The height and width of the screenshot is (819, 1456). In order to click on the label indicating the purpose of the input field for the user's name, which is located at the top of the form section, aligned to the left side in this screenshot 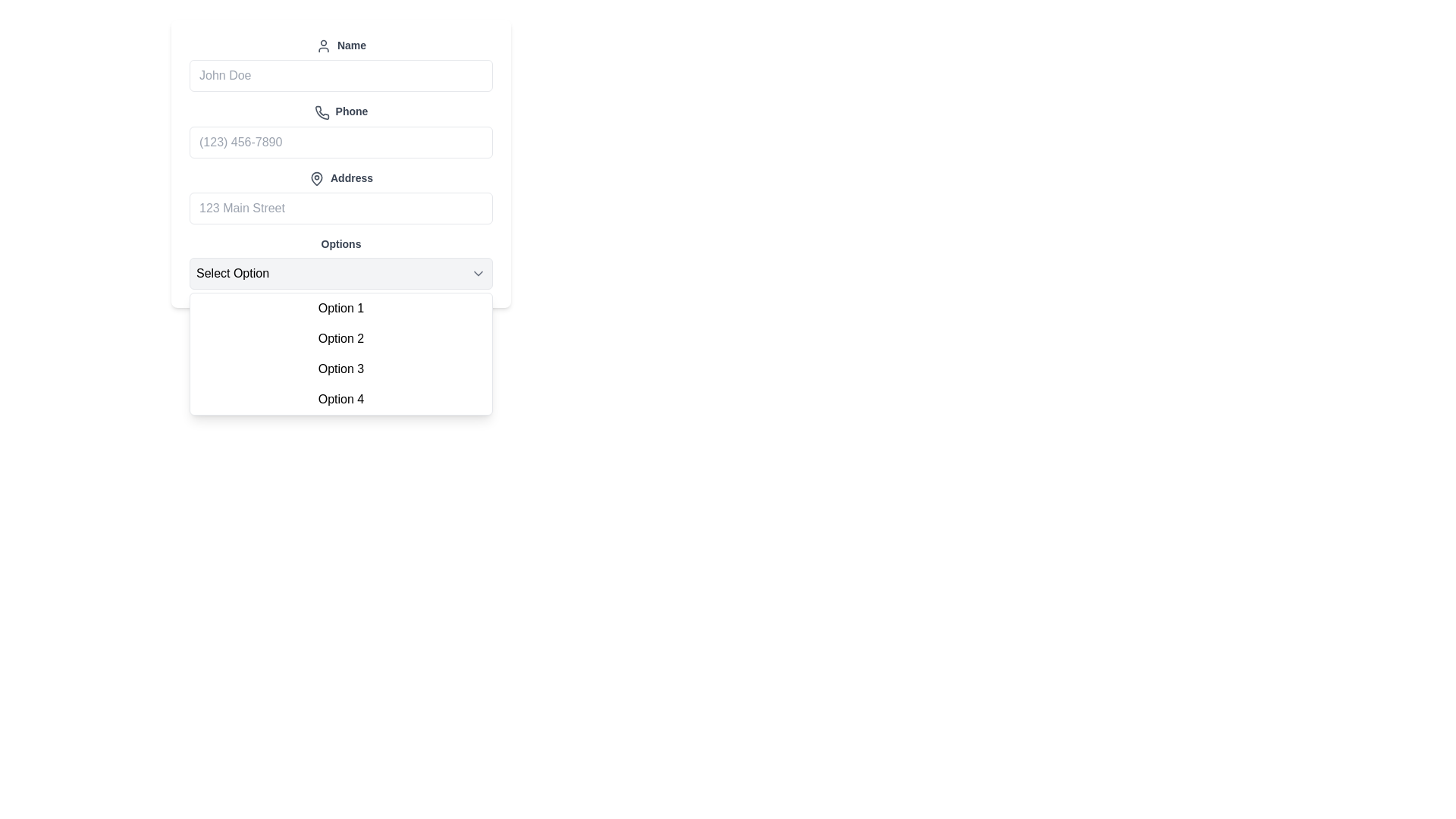, I will do `click(340, 45)`.